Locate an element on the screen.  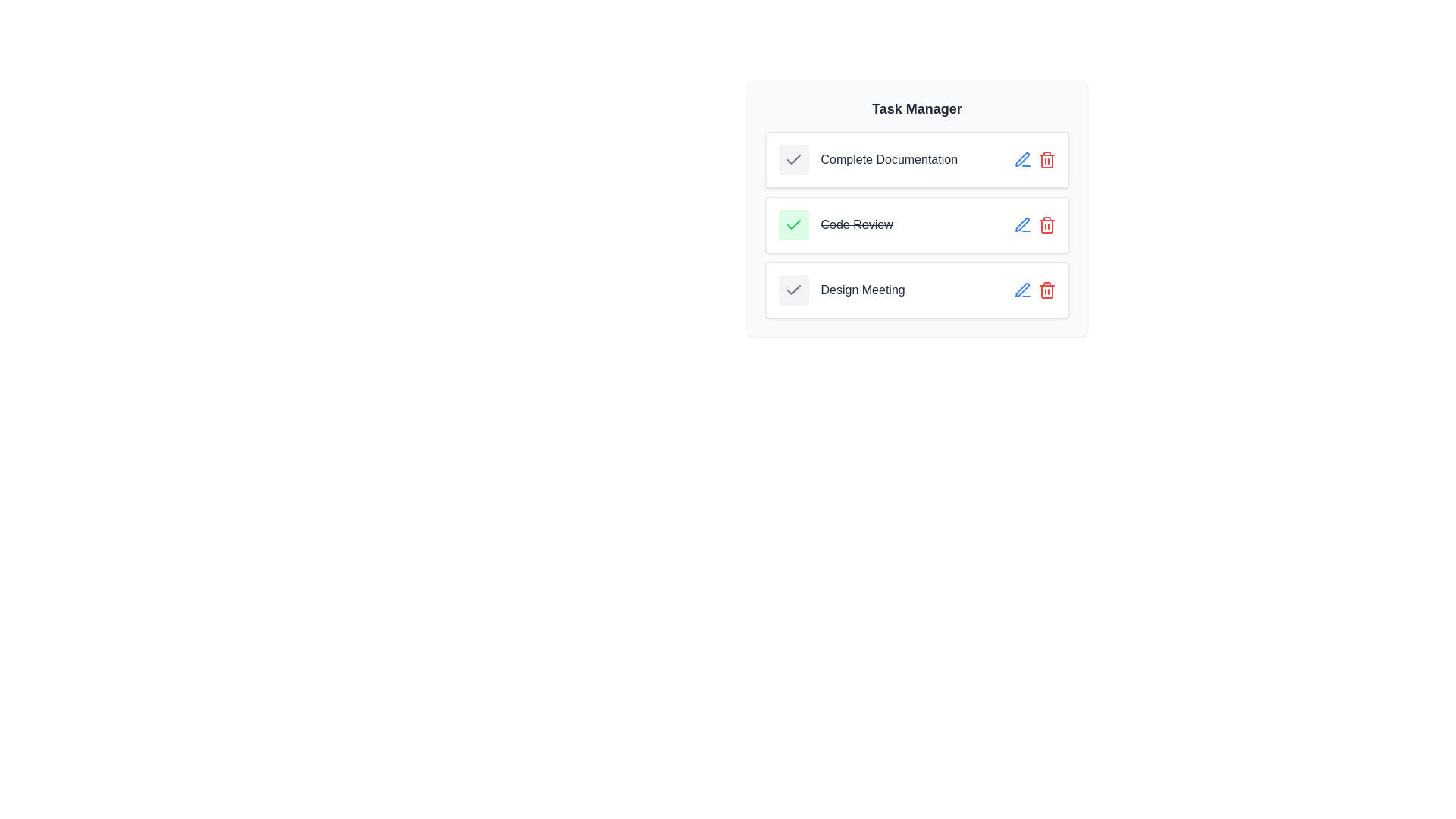
the 'Design Meeting' static text label, which is styled in a medium-weight gray font and located in the third row of the task list component, adjacent to action buttons is located at coordinates (863, 290).